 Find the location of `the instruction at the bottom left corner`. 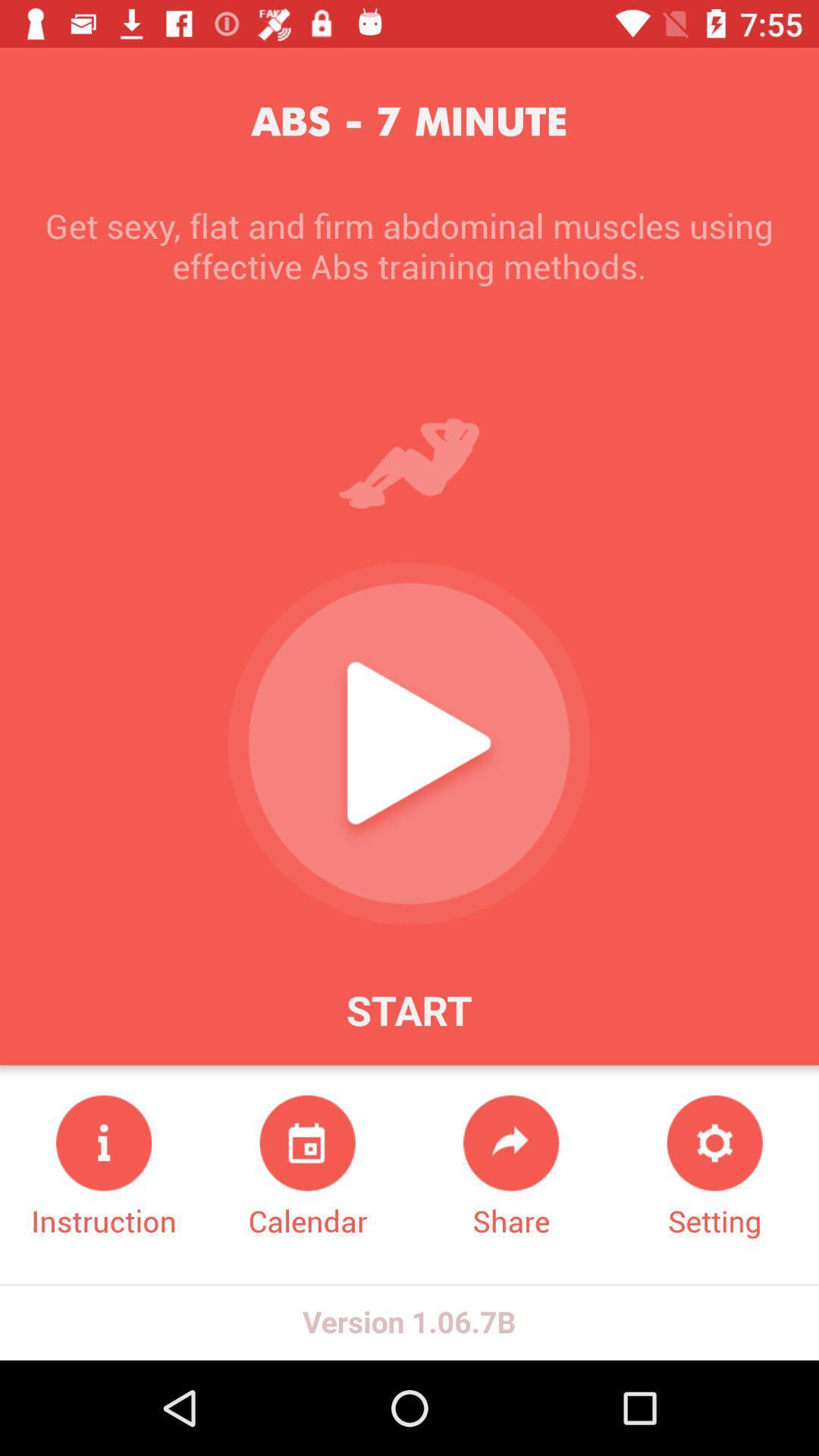

the instruction at the bottom left corner is located at coordinates (103, 1167).